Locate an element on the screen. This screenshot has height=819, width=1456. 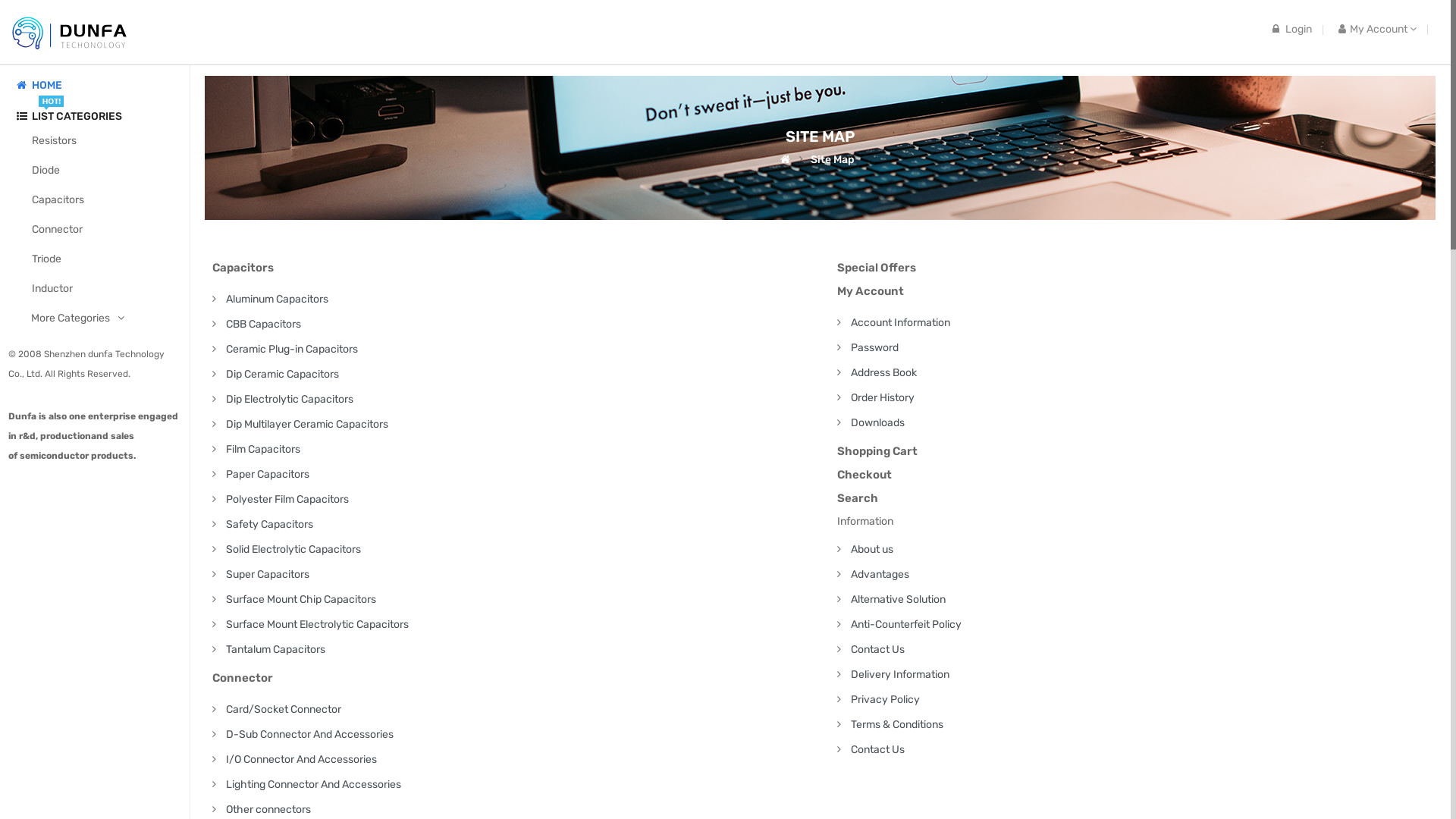
'Special Offers' is located at coordinates (836, 267).